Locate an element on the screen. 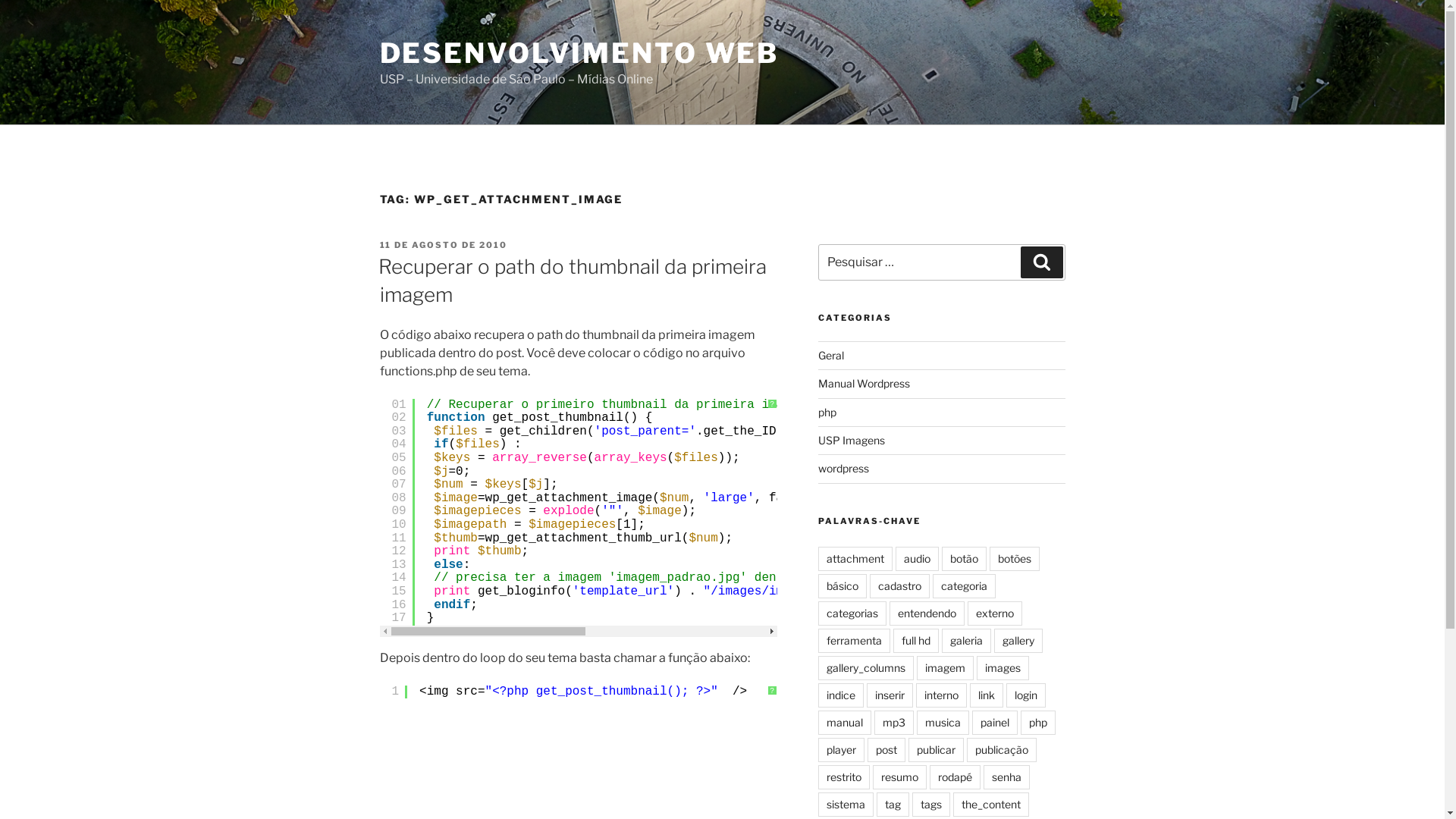 This screenshot has width=1456, height=819. 'gallery' is located at coordinates (1018, 640).